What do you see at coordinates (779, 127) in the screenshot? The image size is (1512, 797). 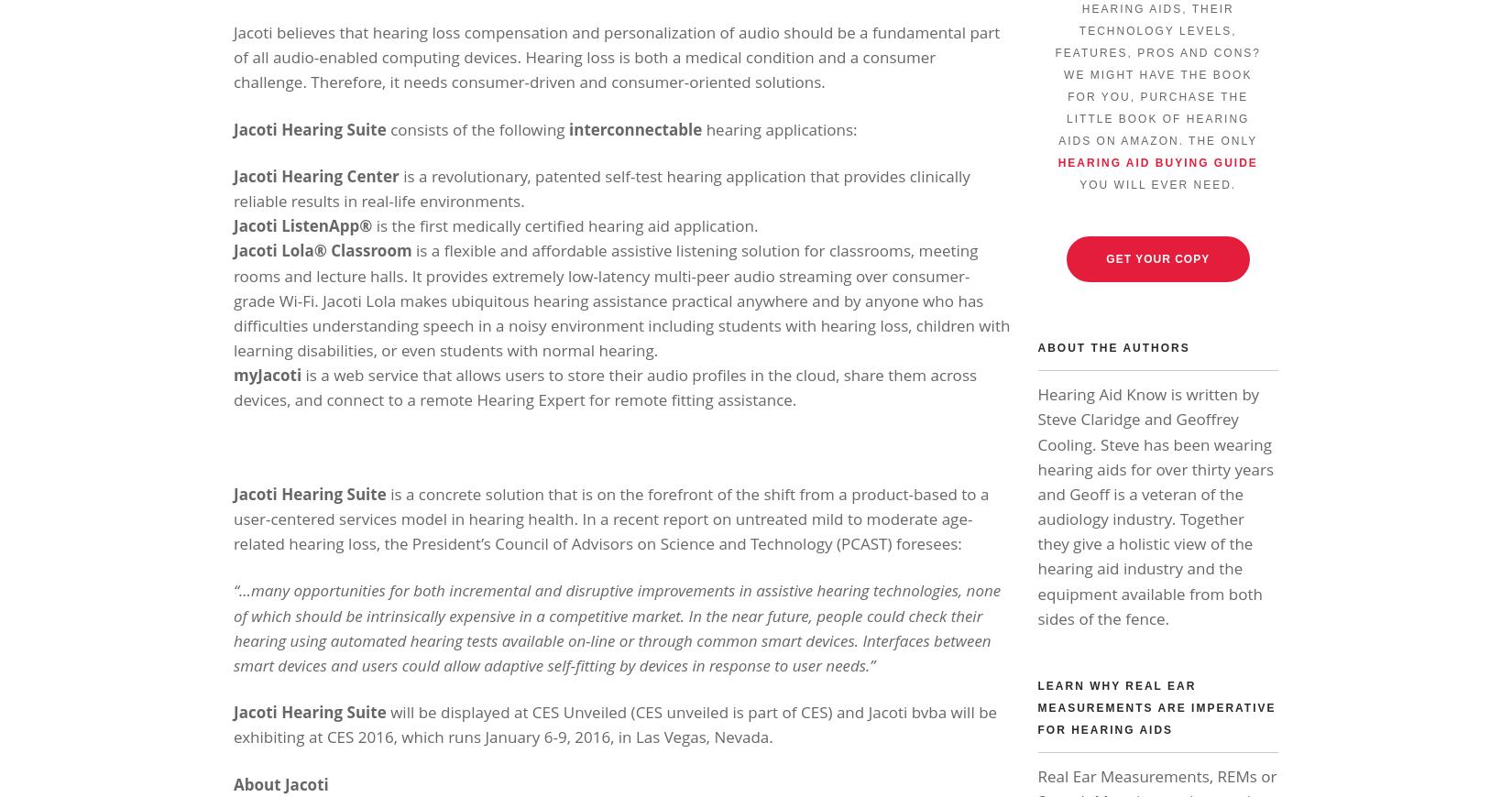 I see `'hearing applications:'` at bounding box center [779, 127].